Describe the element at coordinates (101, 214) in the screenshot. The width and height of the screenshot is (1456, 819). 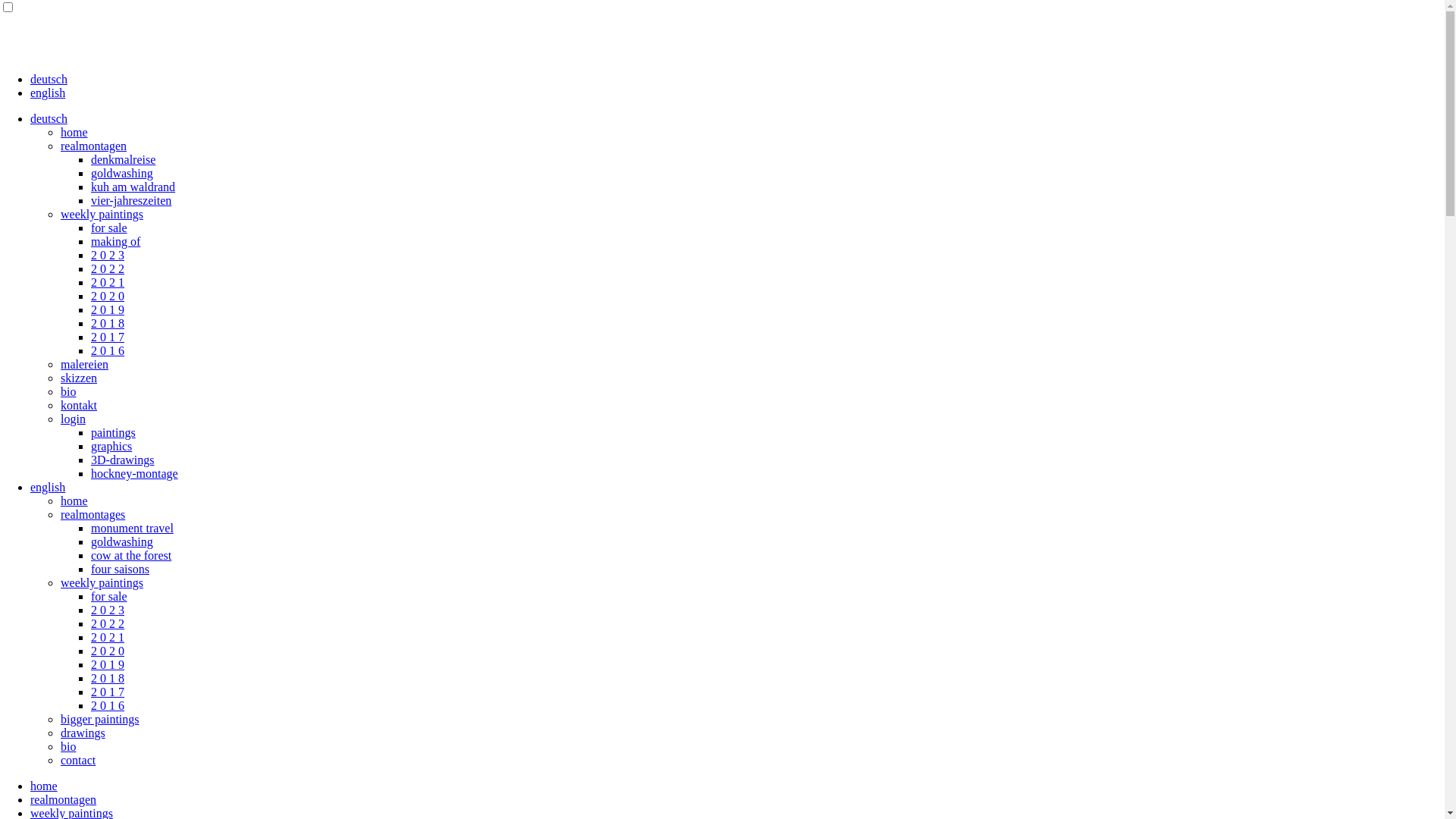
I see `'weekly paintings'` at that location.